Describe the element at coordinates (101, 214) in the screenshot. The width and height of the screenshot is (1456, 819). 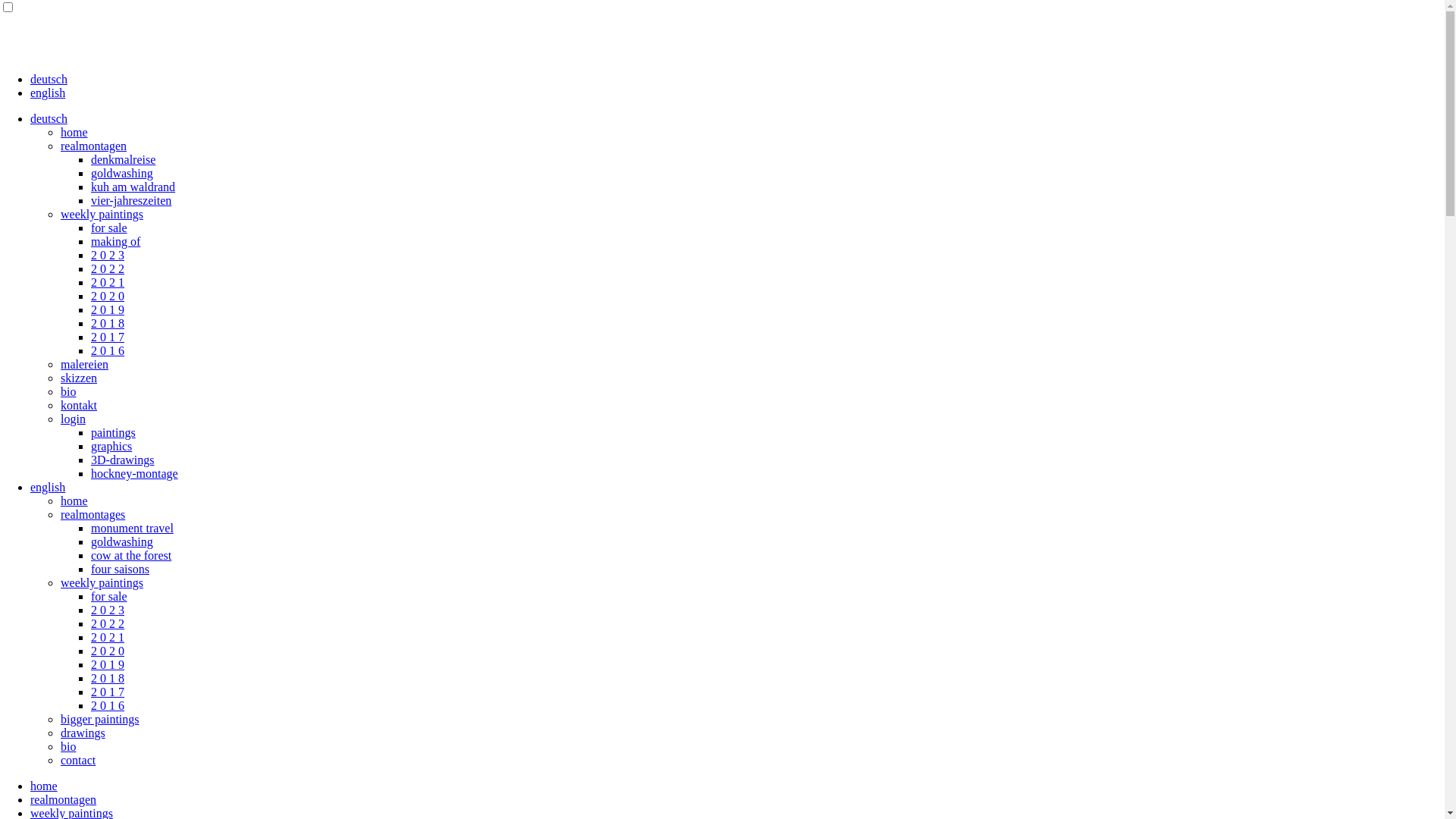
I see `'weekly paintings'` at that location.